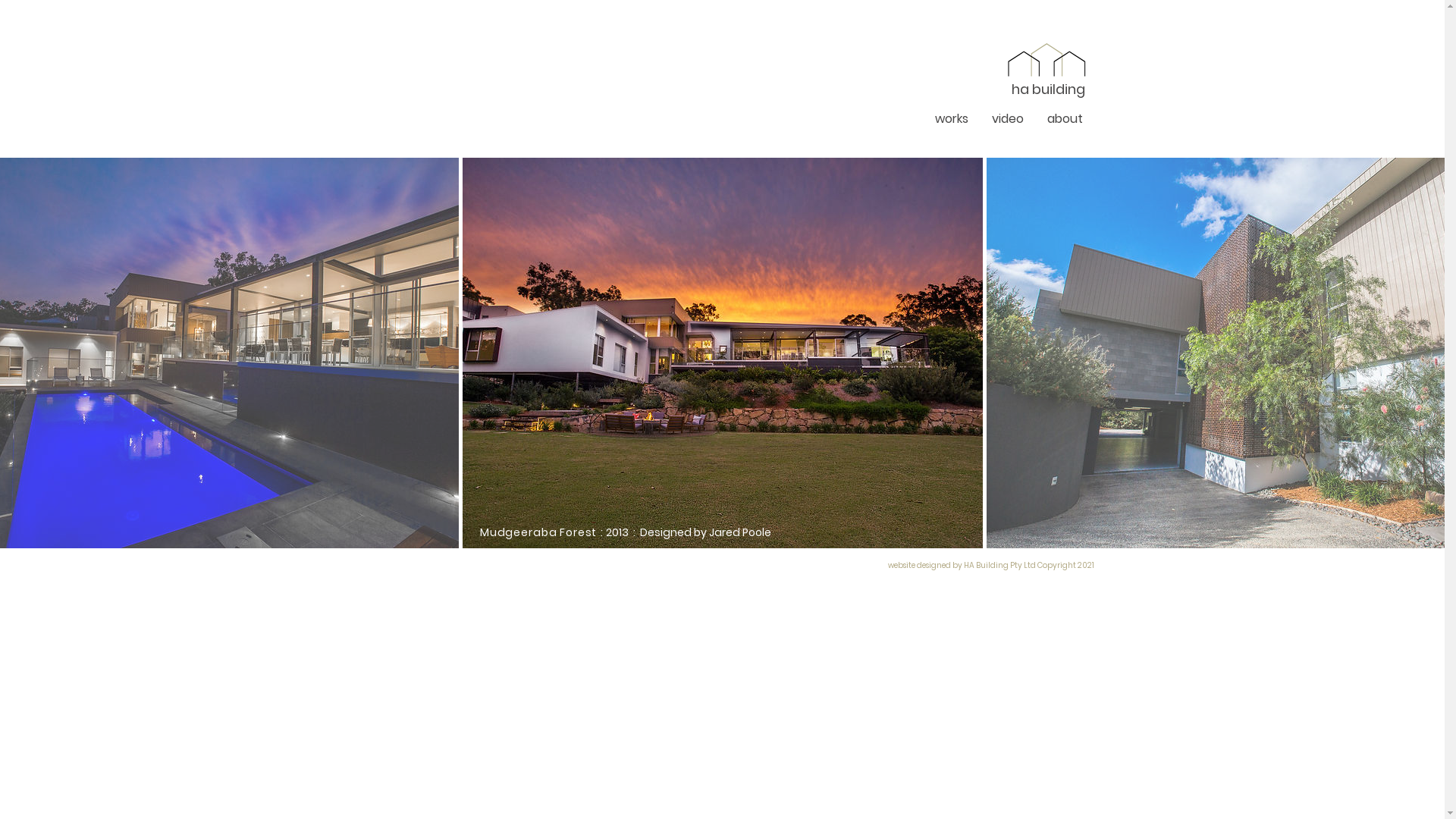 The width and height of the screenshot is (1456, 819). Describe the element at coordinates (950, 118) in the screenshot. I see `'works'` at that location.